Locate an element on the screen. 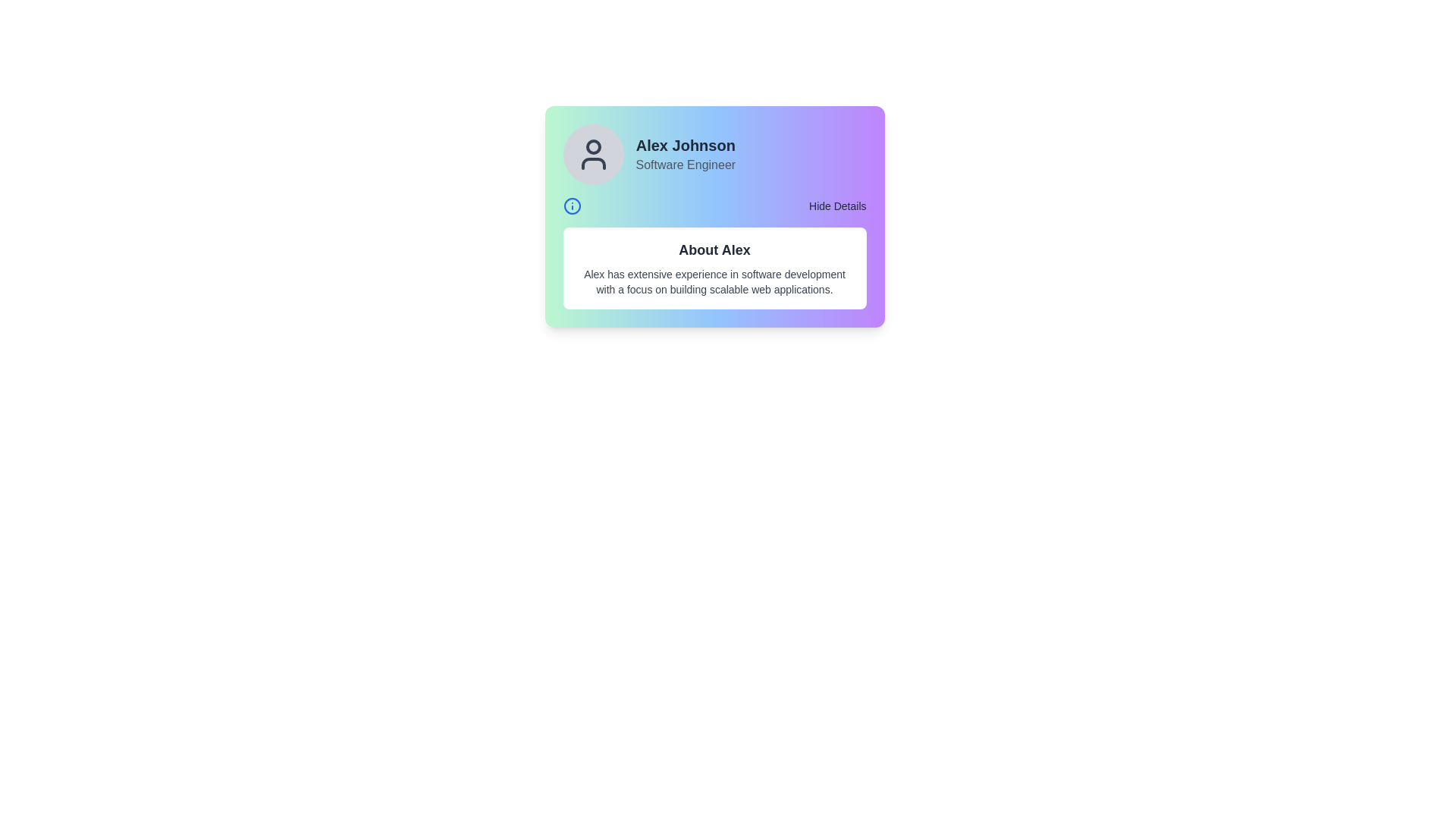 The width and height of the screenshot is (1456, 819). the hyperlink text toggle located at the top right corner of the card component is located at coordinates (836, 206).